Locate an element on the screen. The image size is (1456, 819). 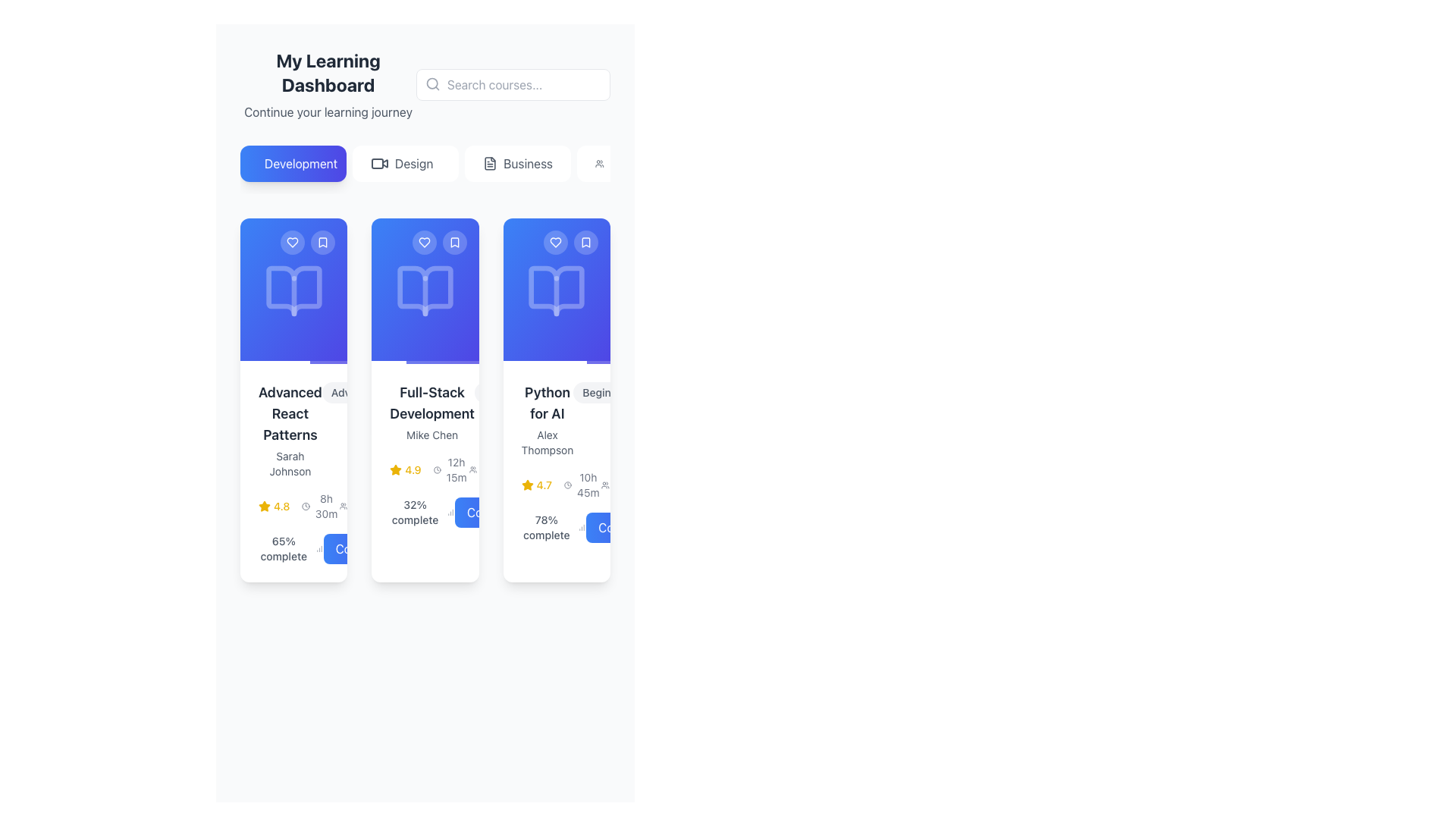
the 'Development' text label within the button is located at coordinates (301, 164).